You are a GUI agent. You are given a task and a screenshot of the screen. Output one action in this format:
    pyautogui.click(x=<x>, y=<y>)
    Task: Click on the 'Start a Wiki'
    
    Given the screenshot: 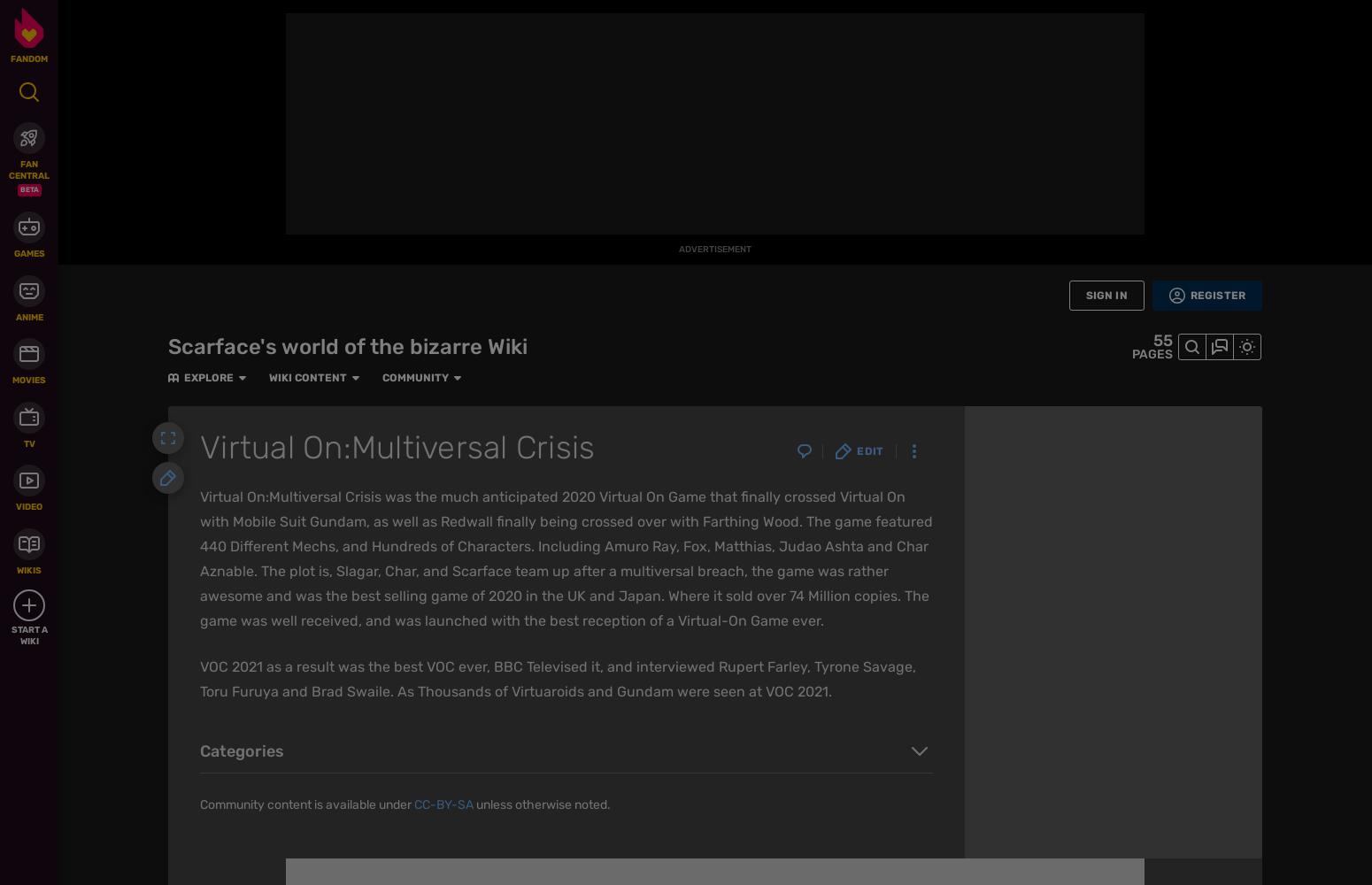 What is the action you would take?
    pyautogui.click(x=27, y=635)
    